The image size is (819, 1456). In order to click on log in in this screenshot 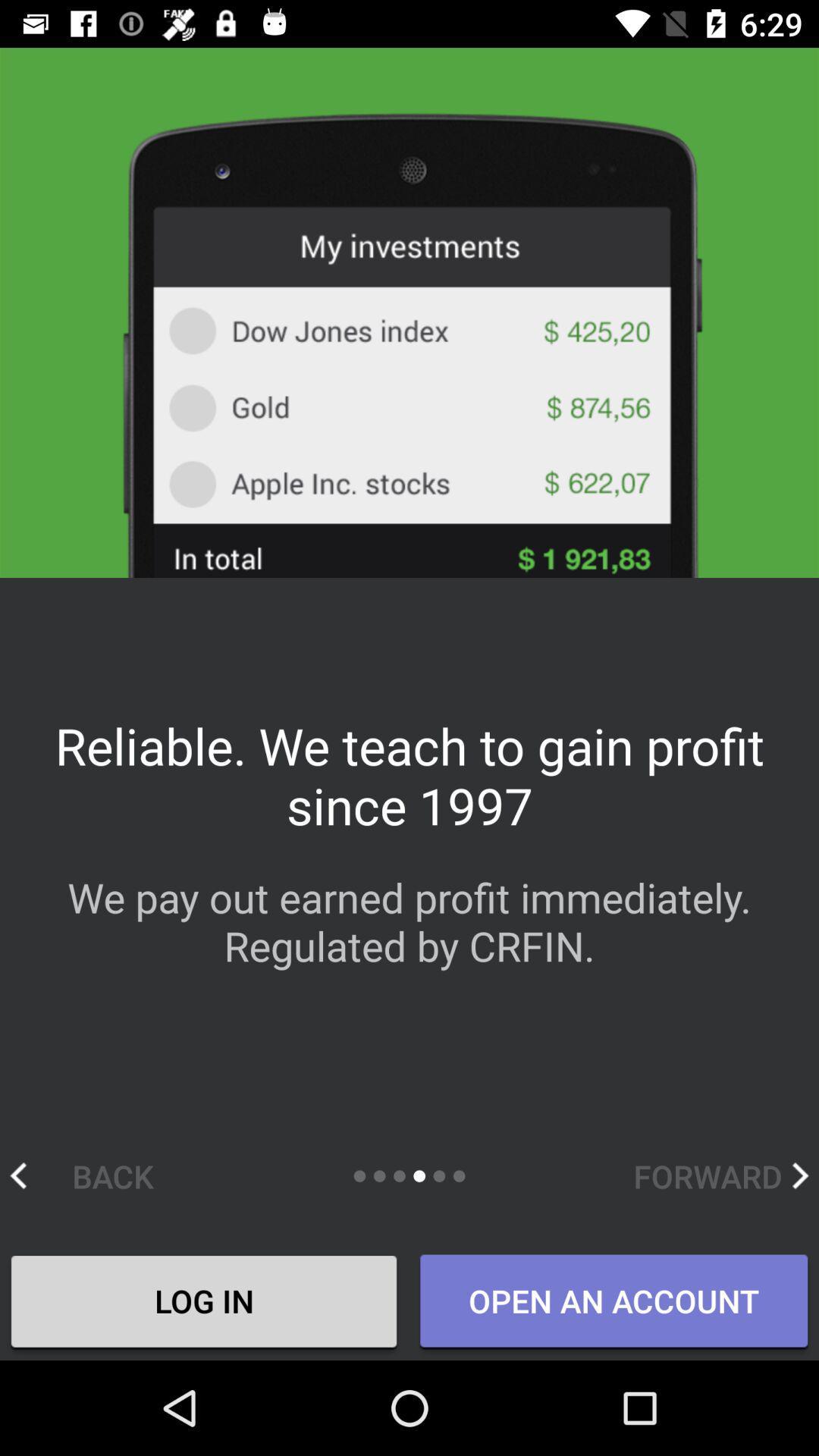, I will do `click(203, 1302)`.